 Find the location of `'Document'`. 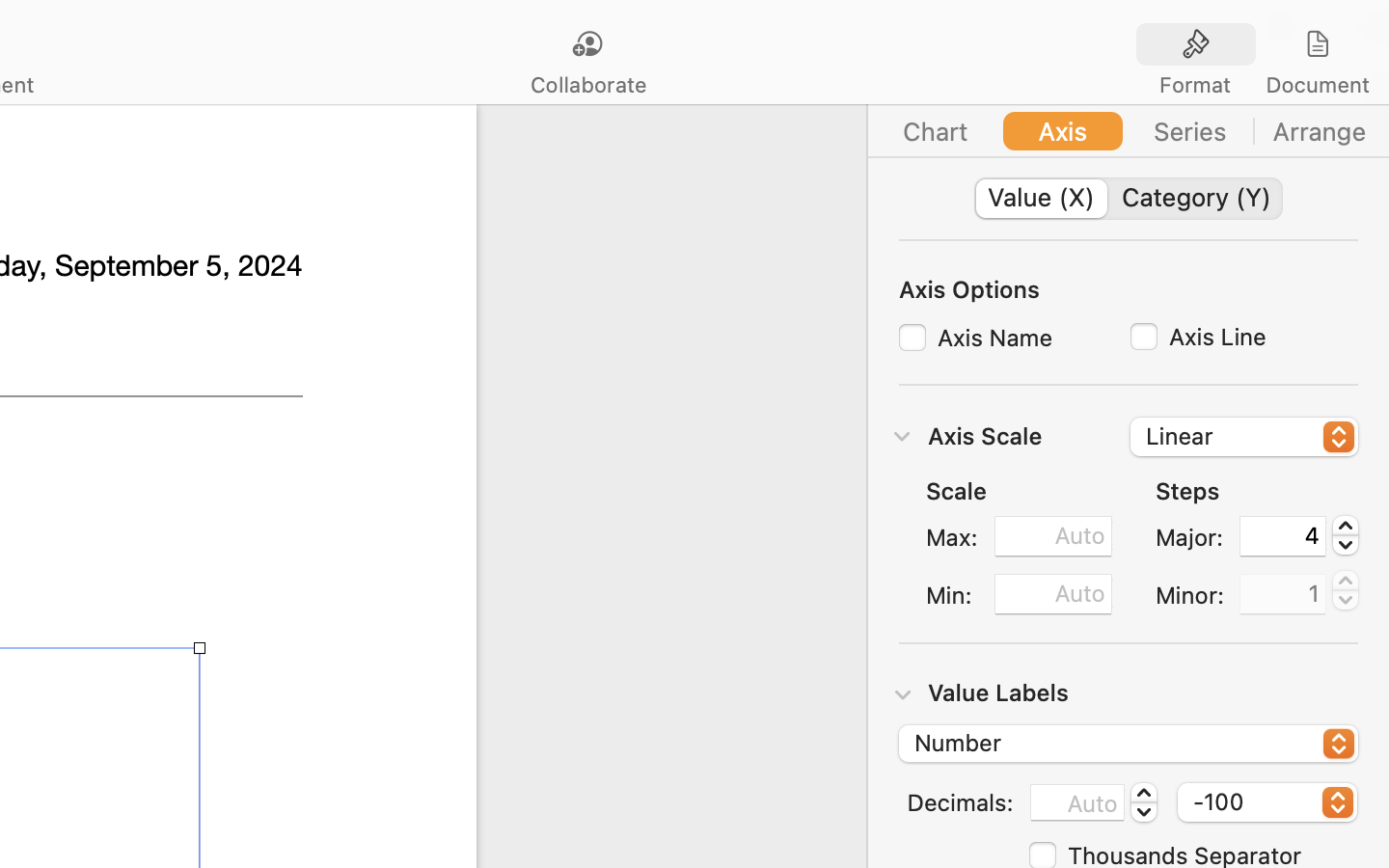

'Document' is located at coordinates (1315, 84).